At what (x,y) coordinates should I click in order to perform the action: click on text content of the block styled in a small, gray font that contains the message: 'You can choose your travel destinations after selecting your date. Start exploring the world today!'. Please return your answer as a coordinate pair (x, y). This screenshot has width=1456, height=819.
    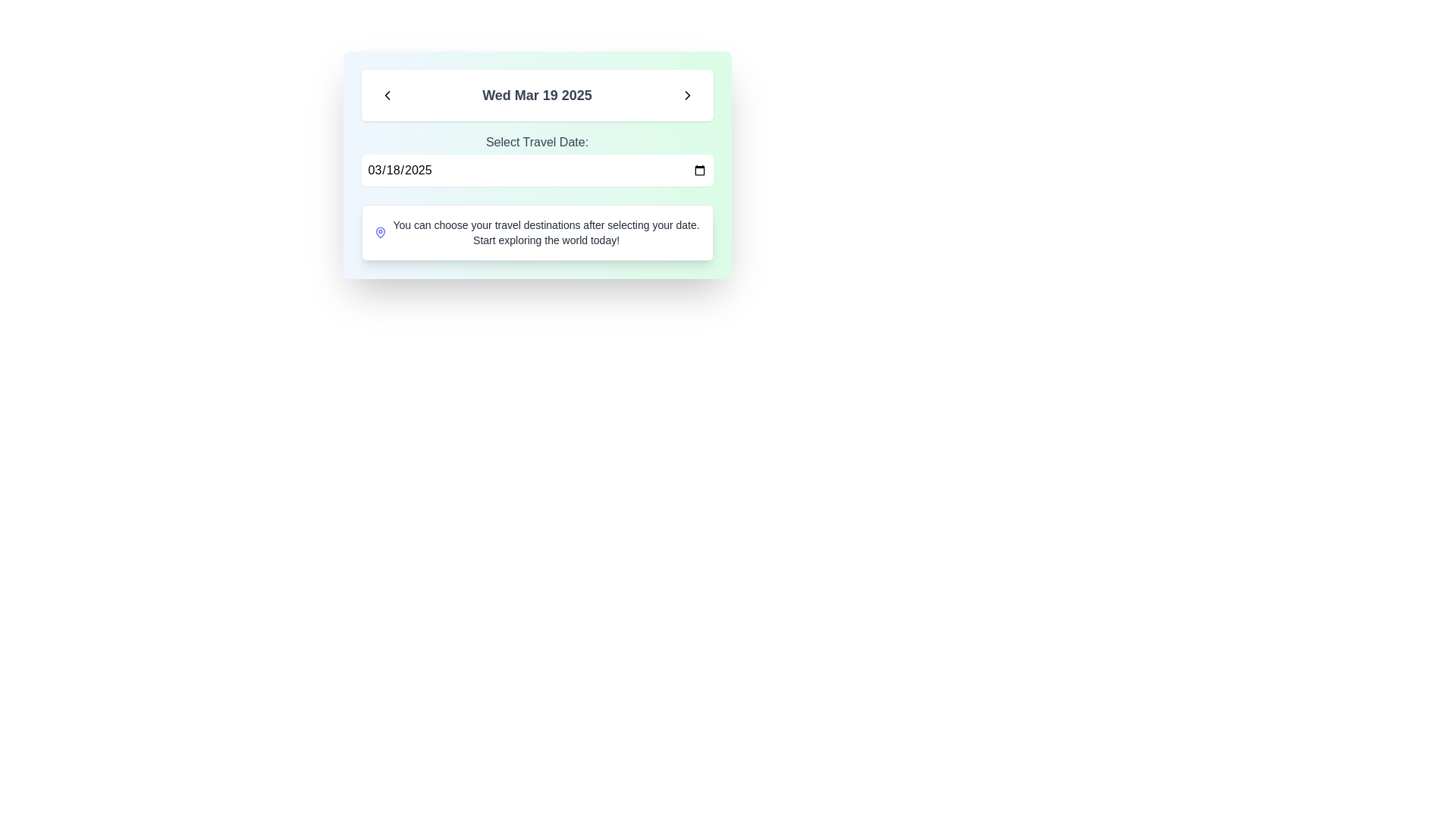
    Looking at the image, I should click on (546, 233).